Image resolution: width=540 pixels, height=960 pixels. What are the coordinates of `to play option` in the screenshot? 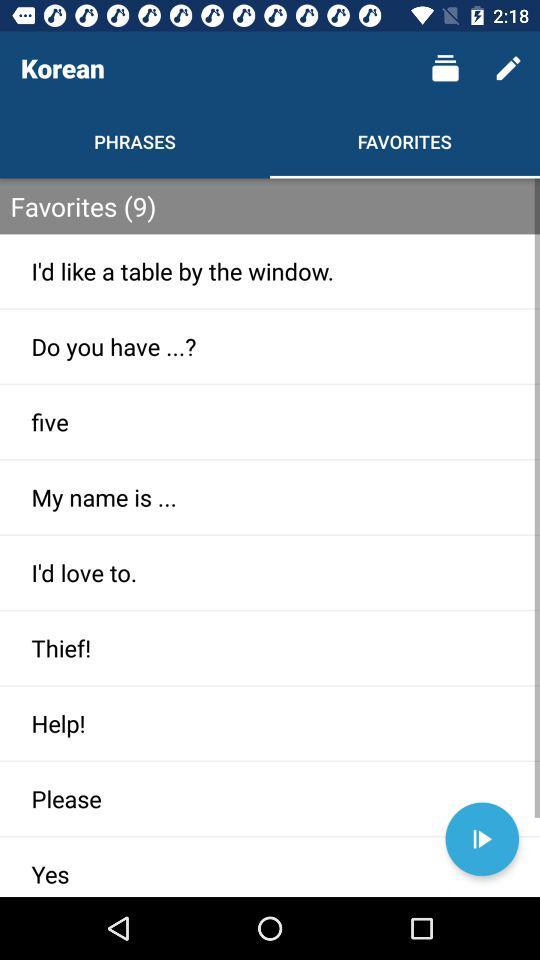 It's located at (481, 839).